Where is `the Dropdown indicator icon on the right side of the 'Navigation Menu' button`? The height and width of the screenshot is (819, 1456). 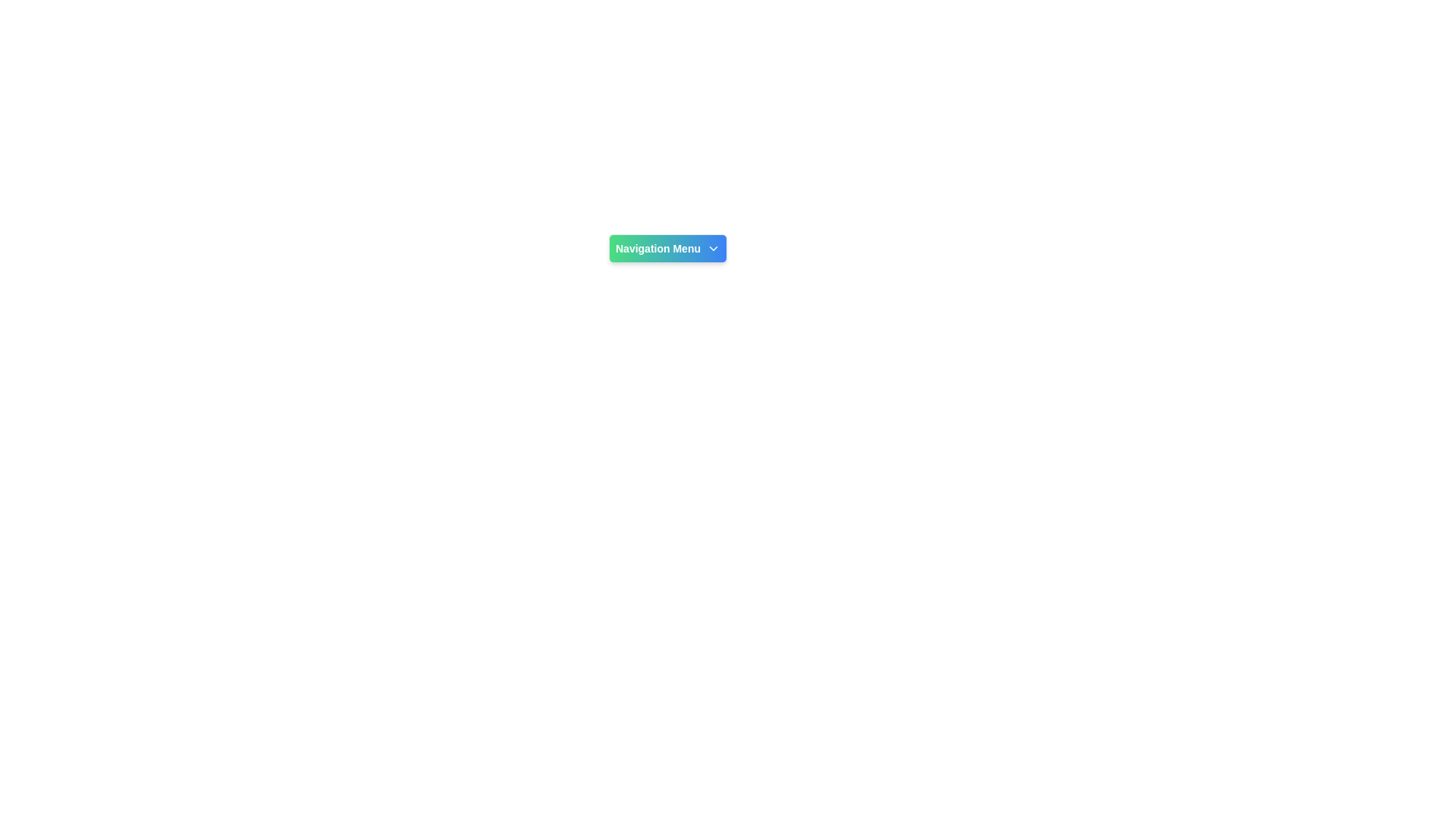 the Dropdown indicator icon on the right side of the 'Navigation Menu' button is located at coordinates (712, 247).